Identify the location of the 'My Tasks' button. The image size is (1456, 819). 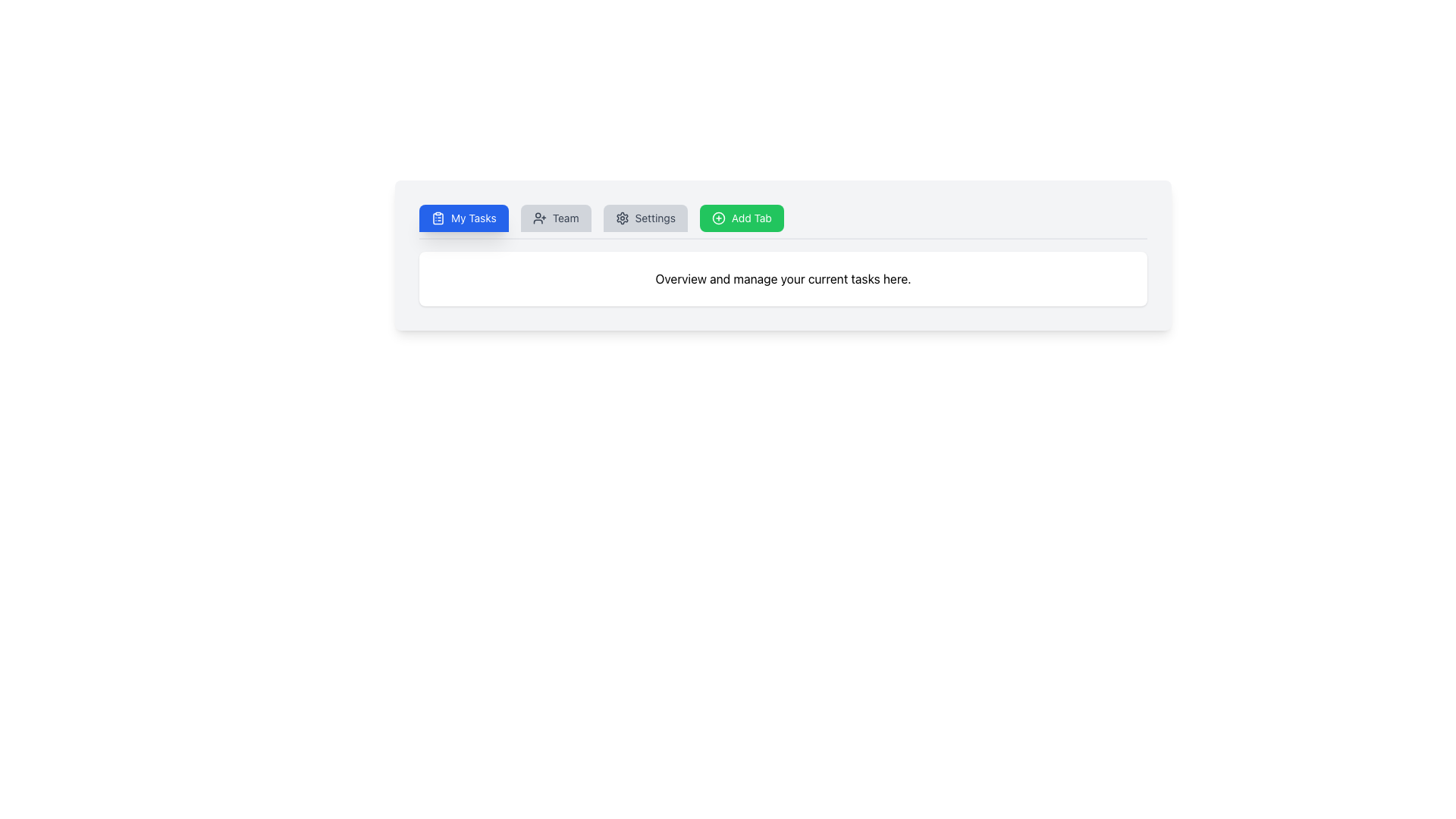
(463, 218).